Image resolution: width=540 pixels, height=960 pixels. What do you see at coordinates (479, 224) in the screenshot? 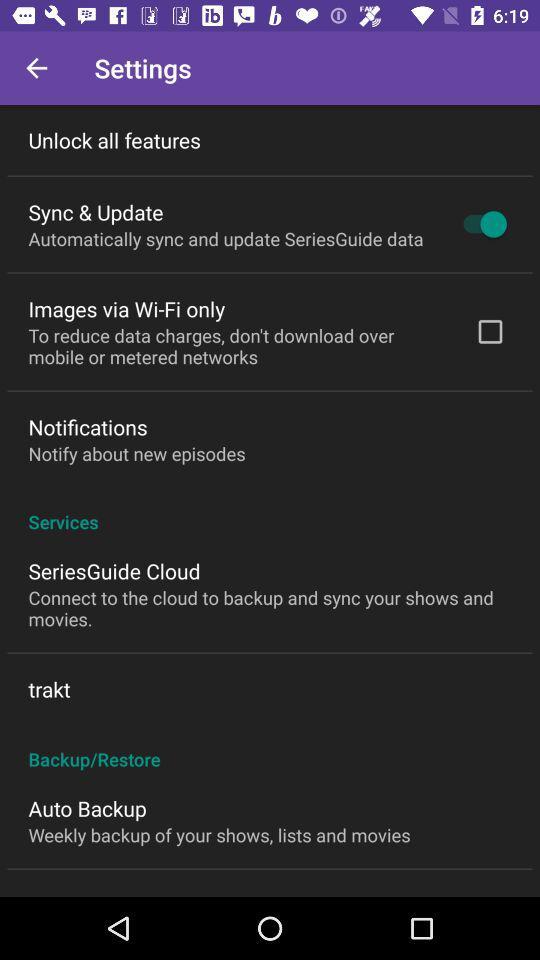
I see `item next to the automatically sync and item` at bounding box center [479, 224].